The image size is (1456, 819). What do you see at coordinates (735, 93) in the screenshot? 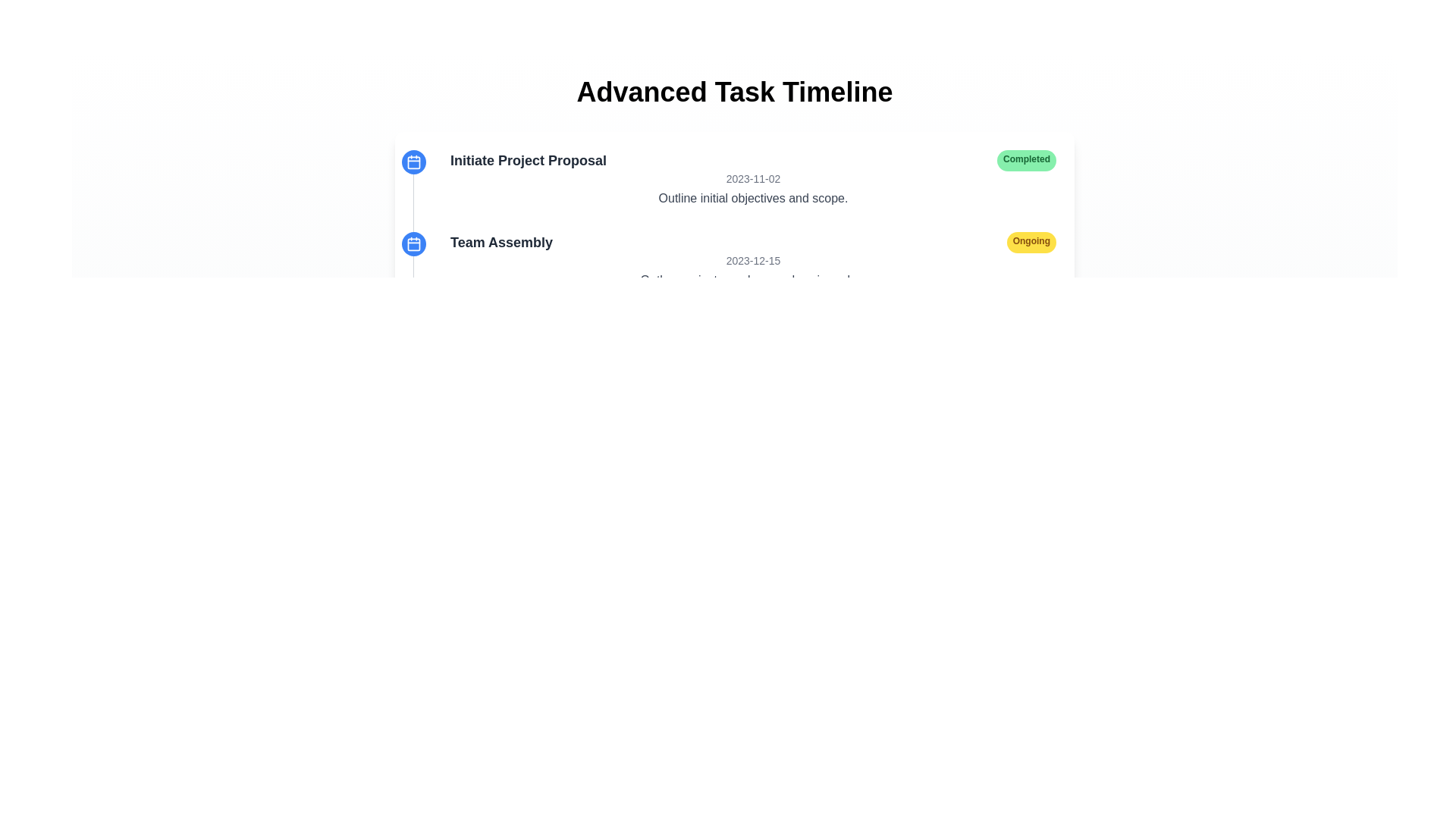
I see `the static text header displaying 'Advanced Task Timeline', which is prominently positioned at the top of the task-oriented interface` at bounding box center [735, 93].